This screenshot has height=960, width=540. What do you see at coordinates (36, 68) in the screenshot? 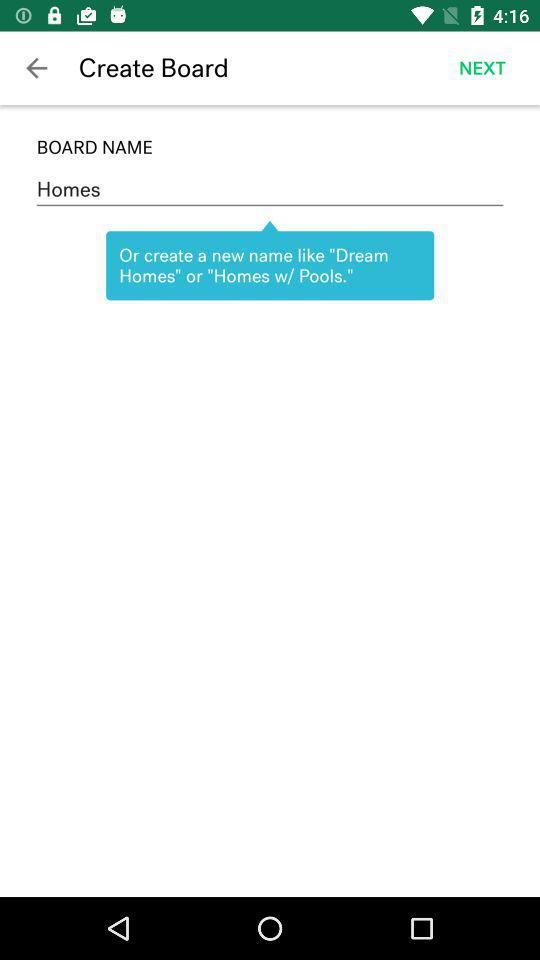
I see `the icon above board name` at bounding box center [36, 68].